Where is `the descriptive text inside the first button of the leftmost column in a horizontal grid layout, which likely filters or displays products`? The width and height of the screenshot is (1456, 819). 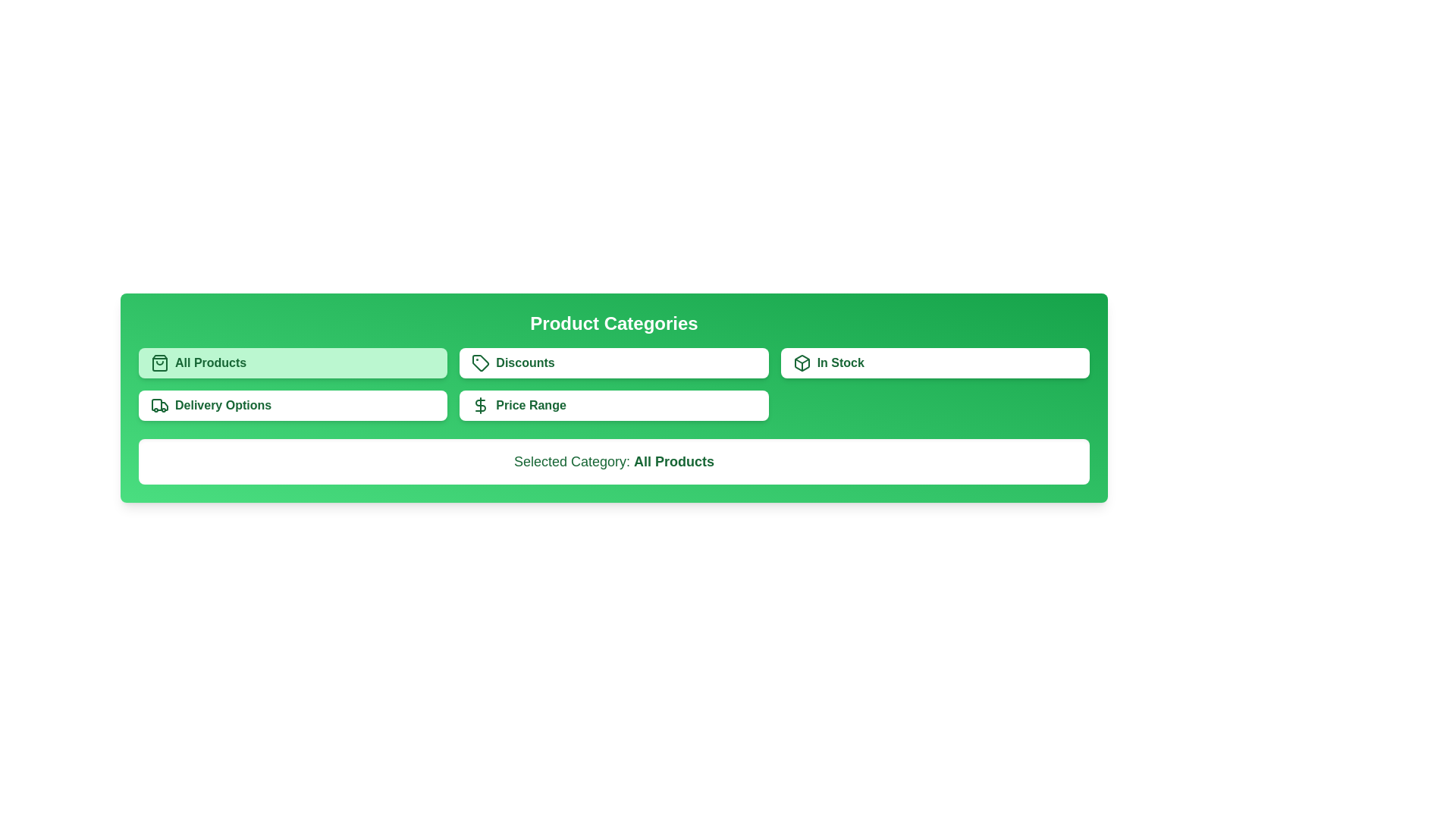 the descriptive text inside the first button of the leftmost column in a horizontal grid layout, which likely filters or displays products is located at coordinates (210, 362).